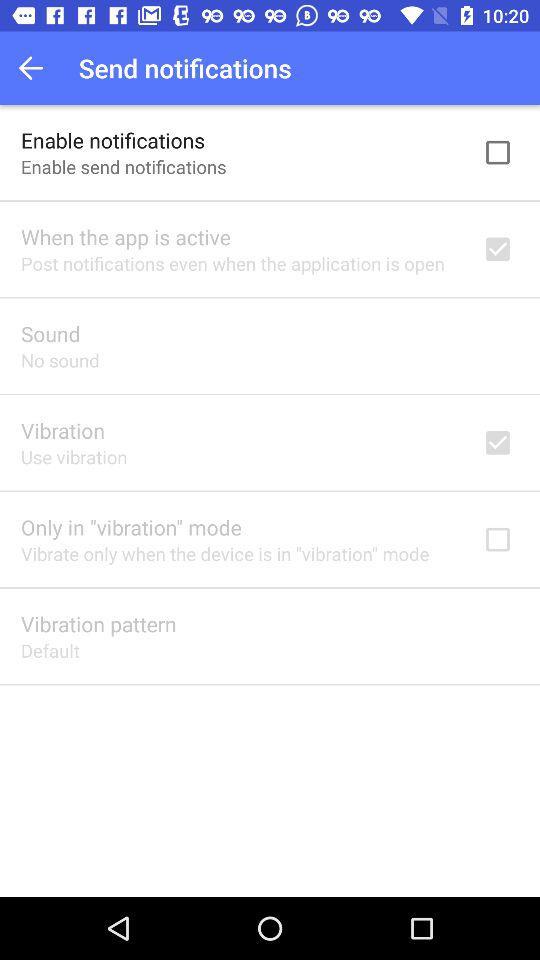  What do you see at coordinates (73, 457) in the screenshot?
I see `icon above only in vibration` at bounding box center [73, 457].